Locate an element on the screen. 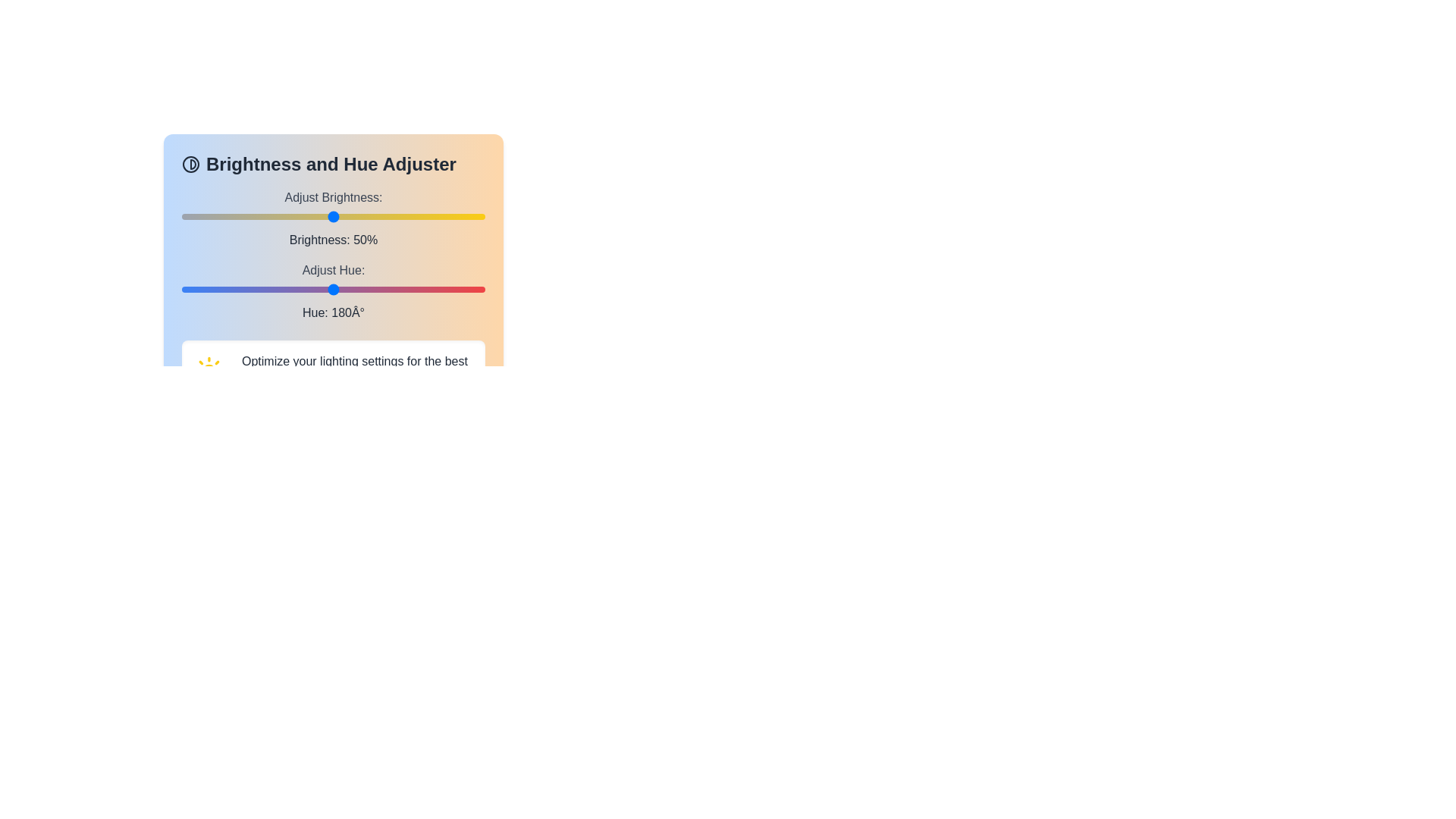  the hue to 158 degrees by moving the slider is located at coordinates (314, 289).